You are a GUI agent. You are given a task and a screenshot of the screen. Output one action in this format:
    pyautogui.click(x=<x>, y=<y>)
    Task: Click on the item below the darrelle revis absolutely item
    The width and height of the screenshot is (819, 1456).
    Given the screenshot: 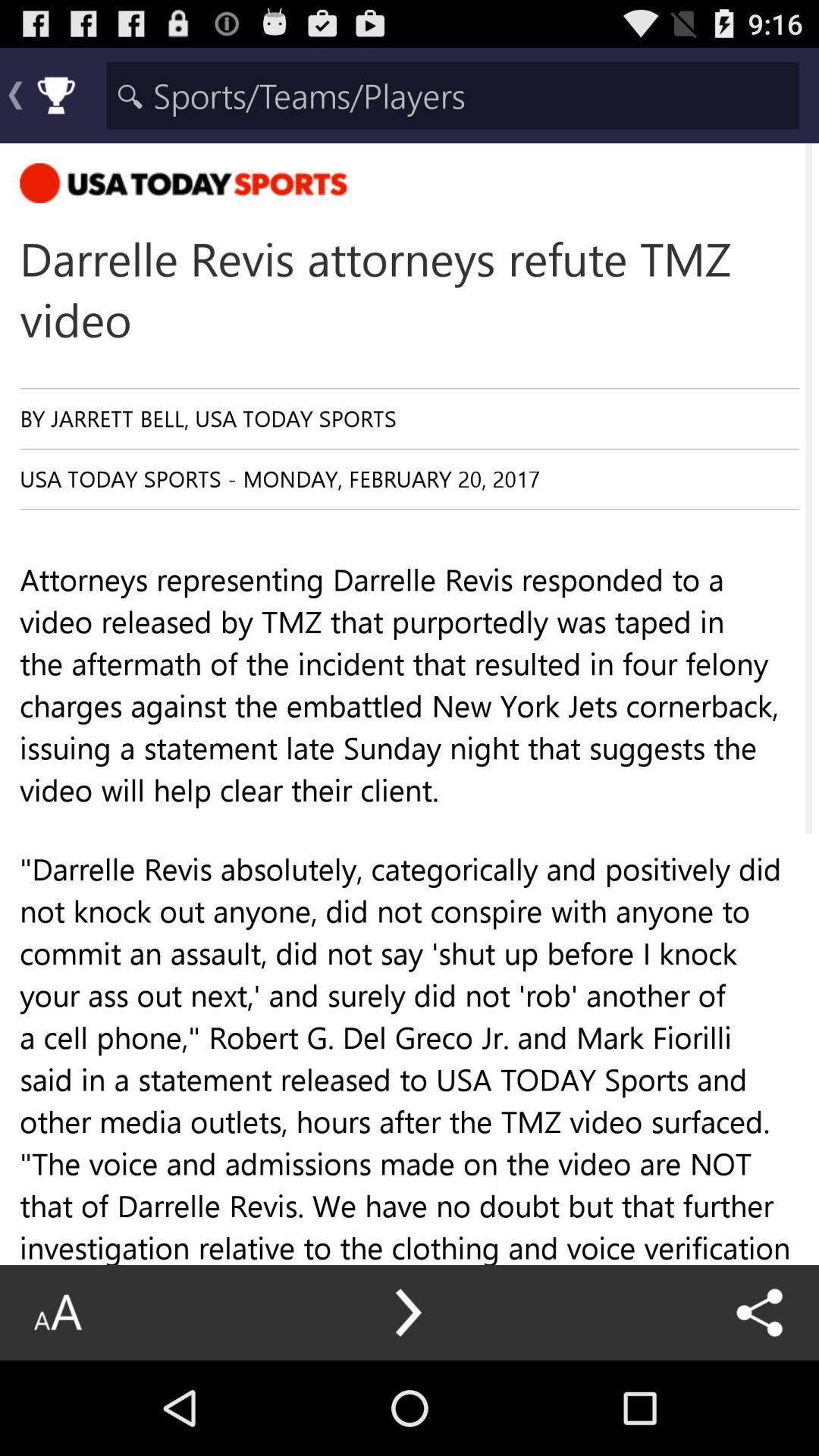 What is the action you would take?
    pyautogui.click(x=409, y=1355)
    